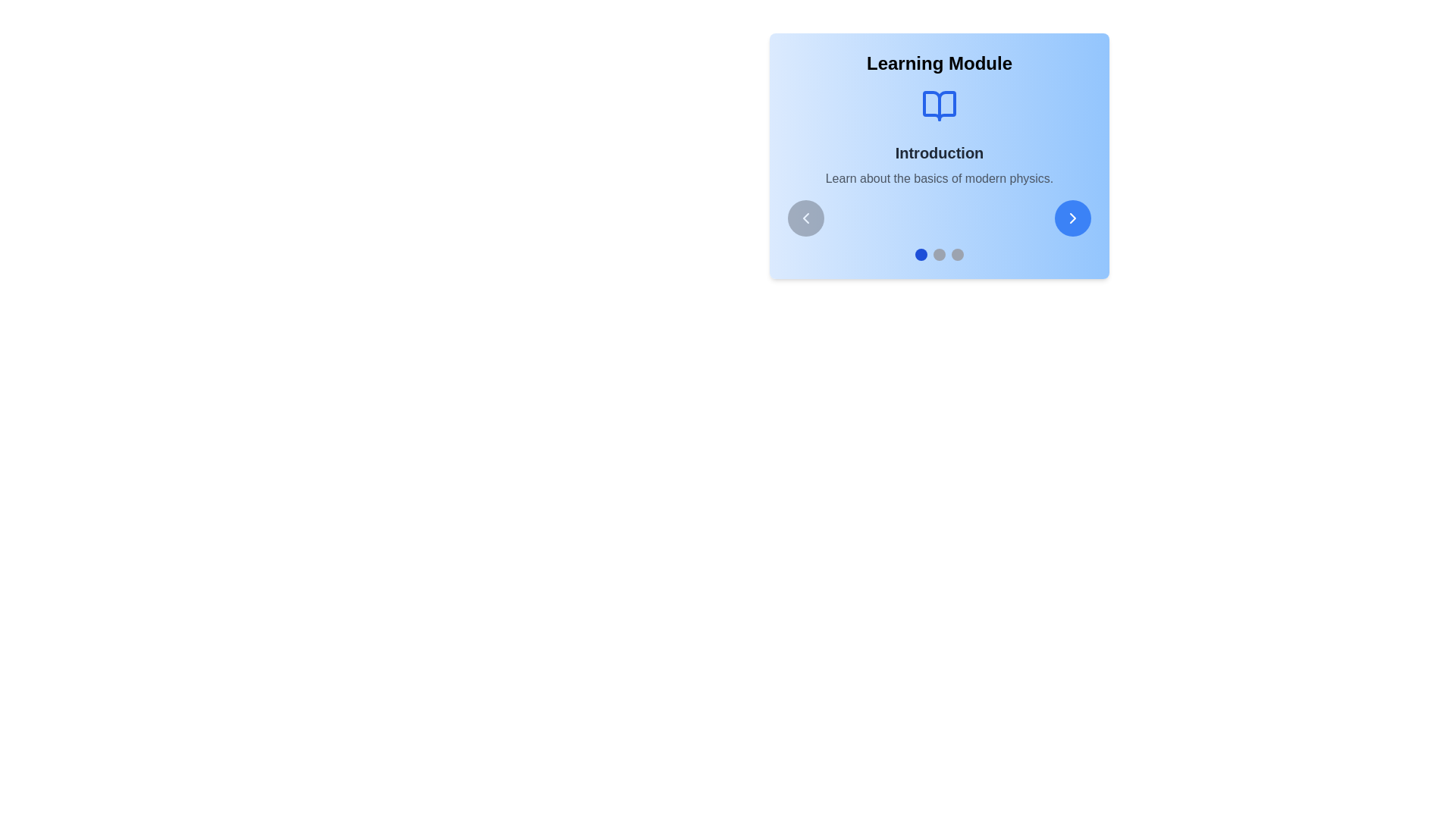 Image resolution: width=1456 pixels, height=819 pixels. What do you see at coordinates (920, 253) in the screenshot?
I see `the first circular blue indicator at the bottom of the card, which represents the current navigation step` at bounding box center [920, 253].